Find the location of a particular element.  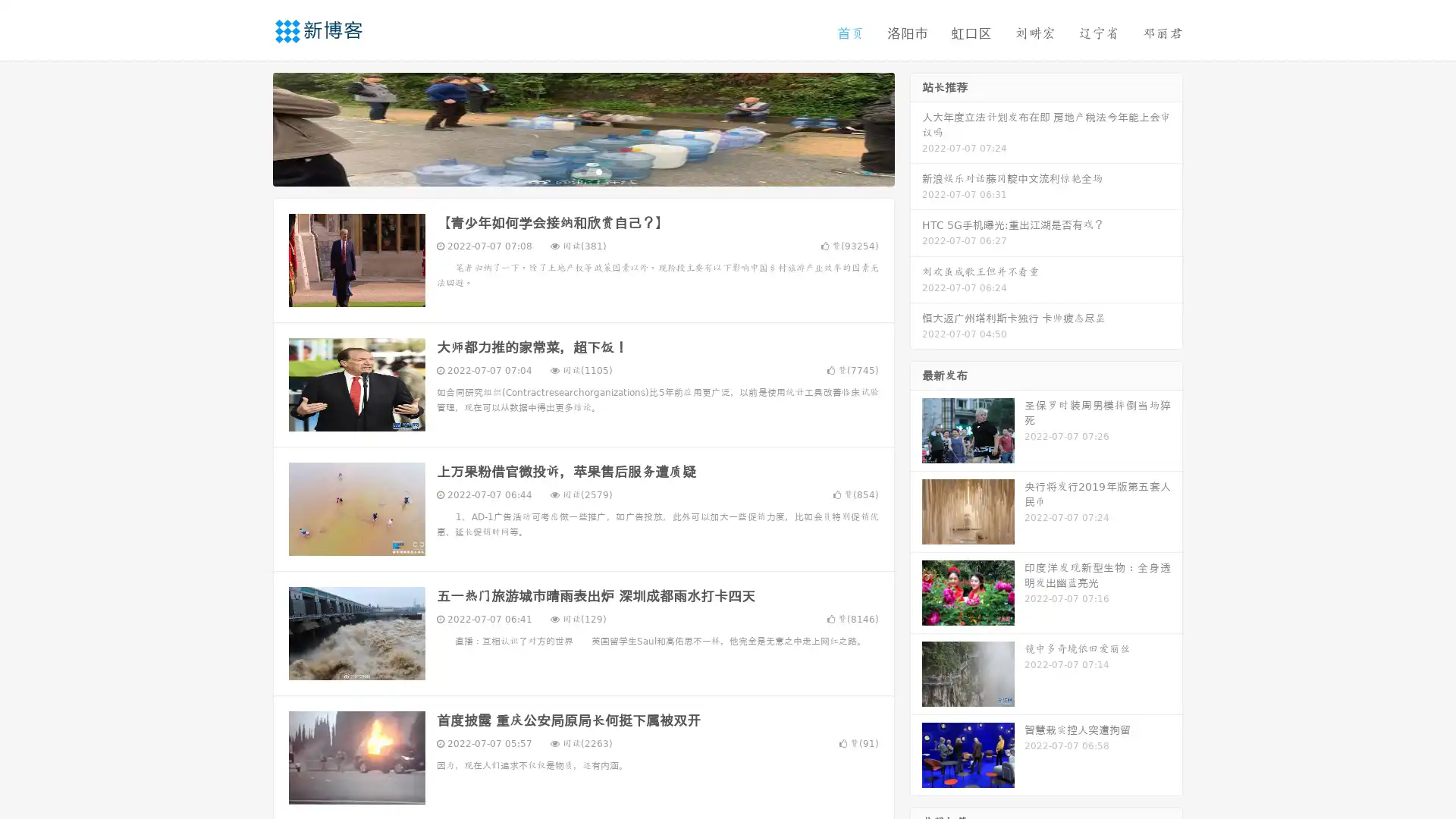

Next slide is located at coordinates (916, 127).